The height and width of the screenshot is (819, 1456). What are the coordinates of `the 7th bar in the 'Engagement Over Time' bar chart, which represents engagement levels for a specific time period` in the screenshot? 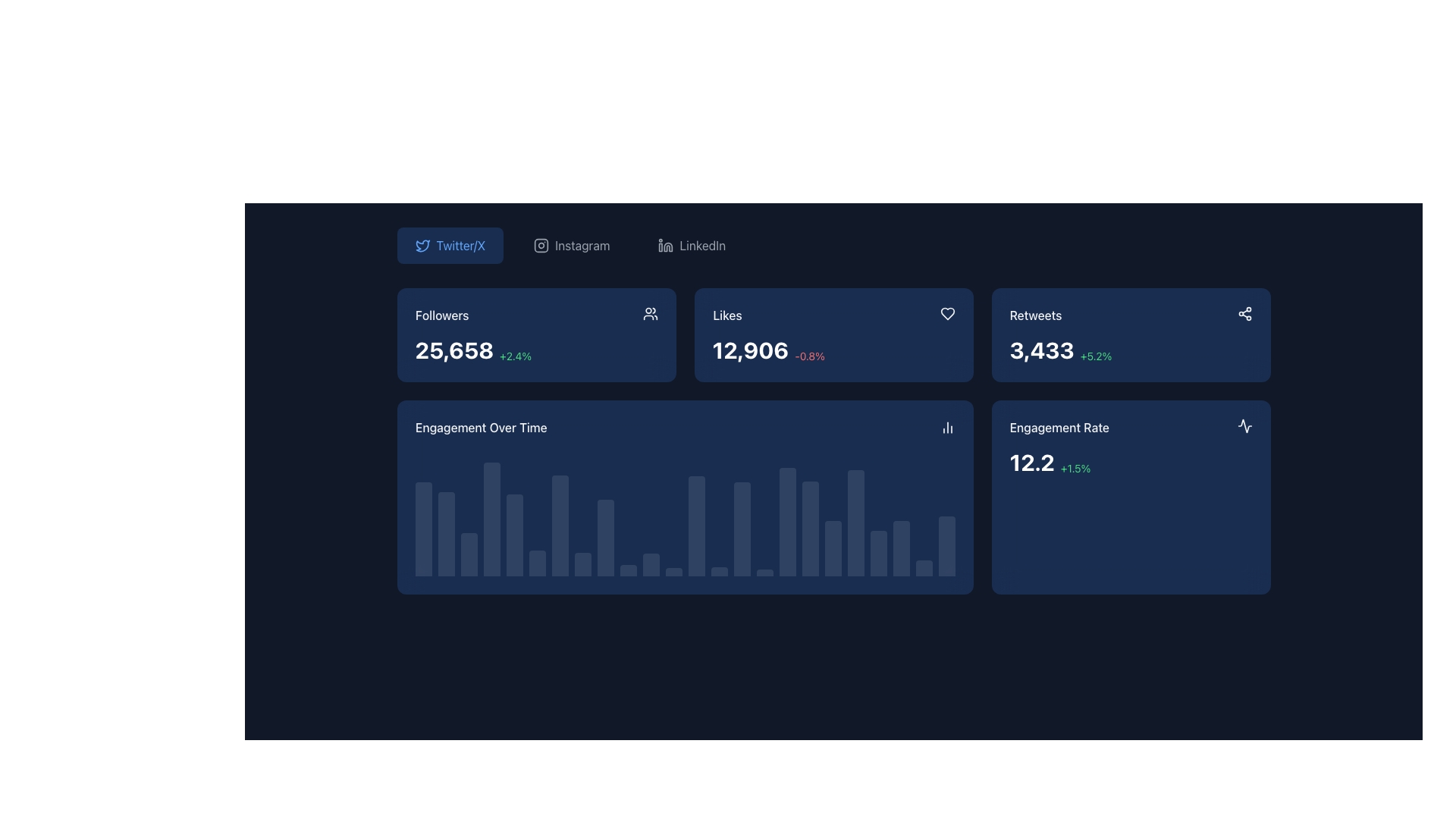 It's located at (559, 525).